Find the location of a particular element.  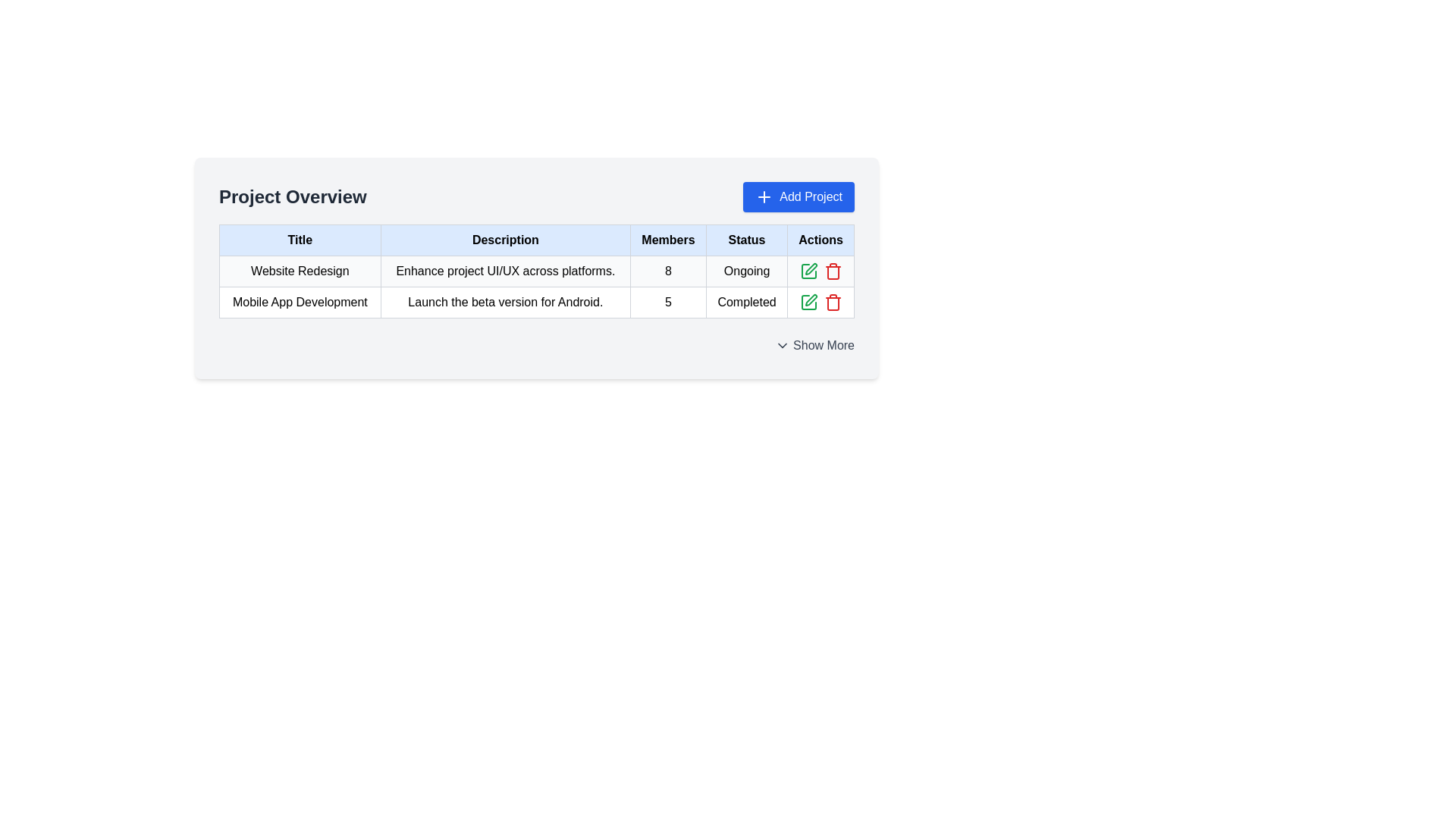

the static text cell displaying the number '5' located in the 'Members' column of the second row in the table layout is located at coordinates (667, 302).